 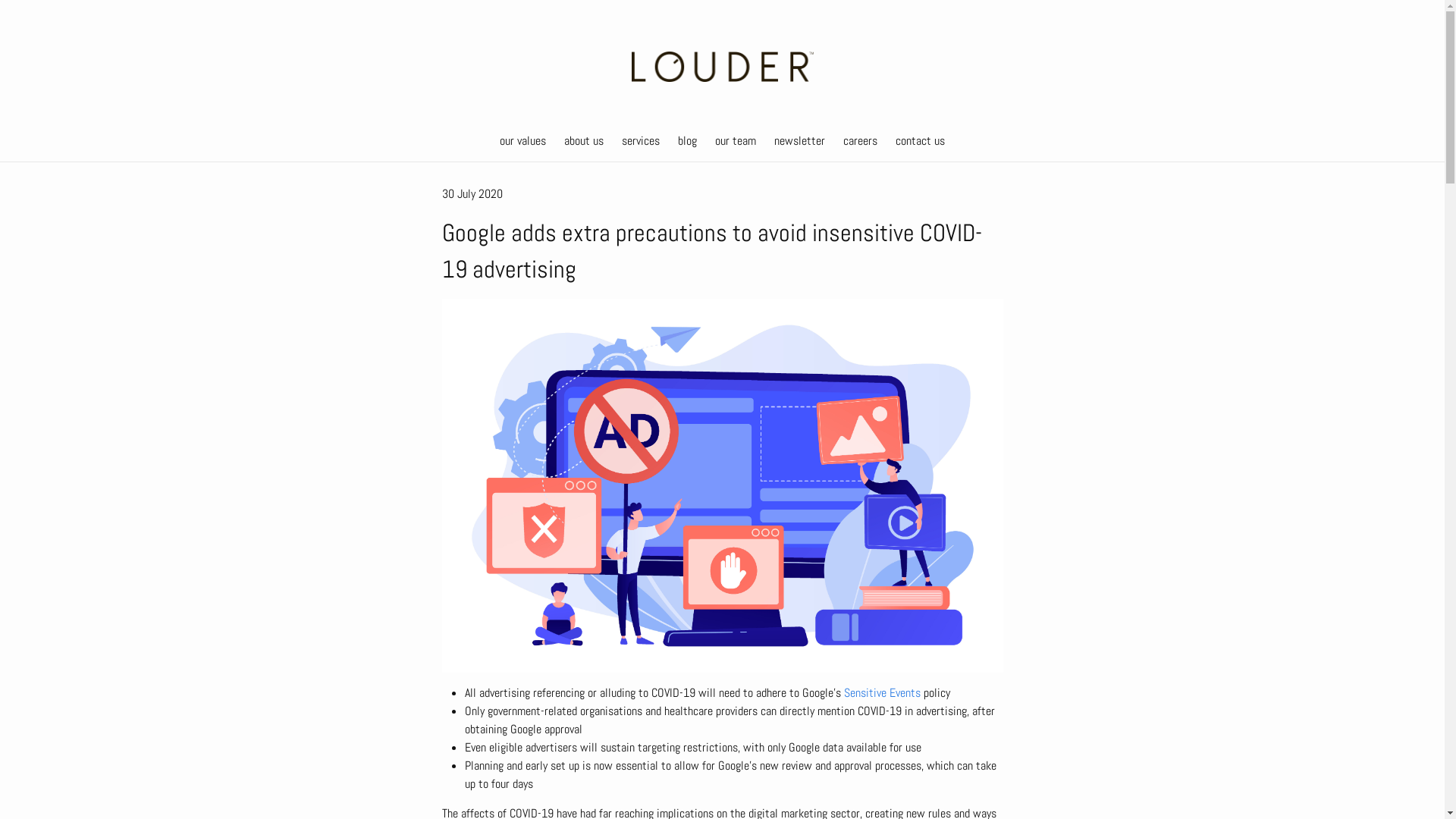 What do you see at coordinates (735, 140) in the screenshot?
I see `'our team'` at bounding box center [735, 140].